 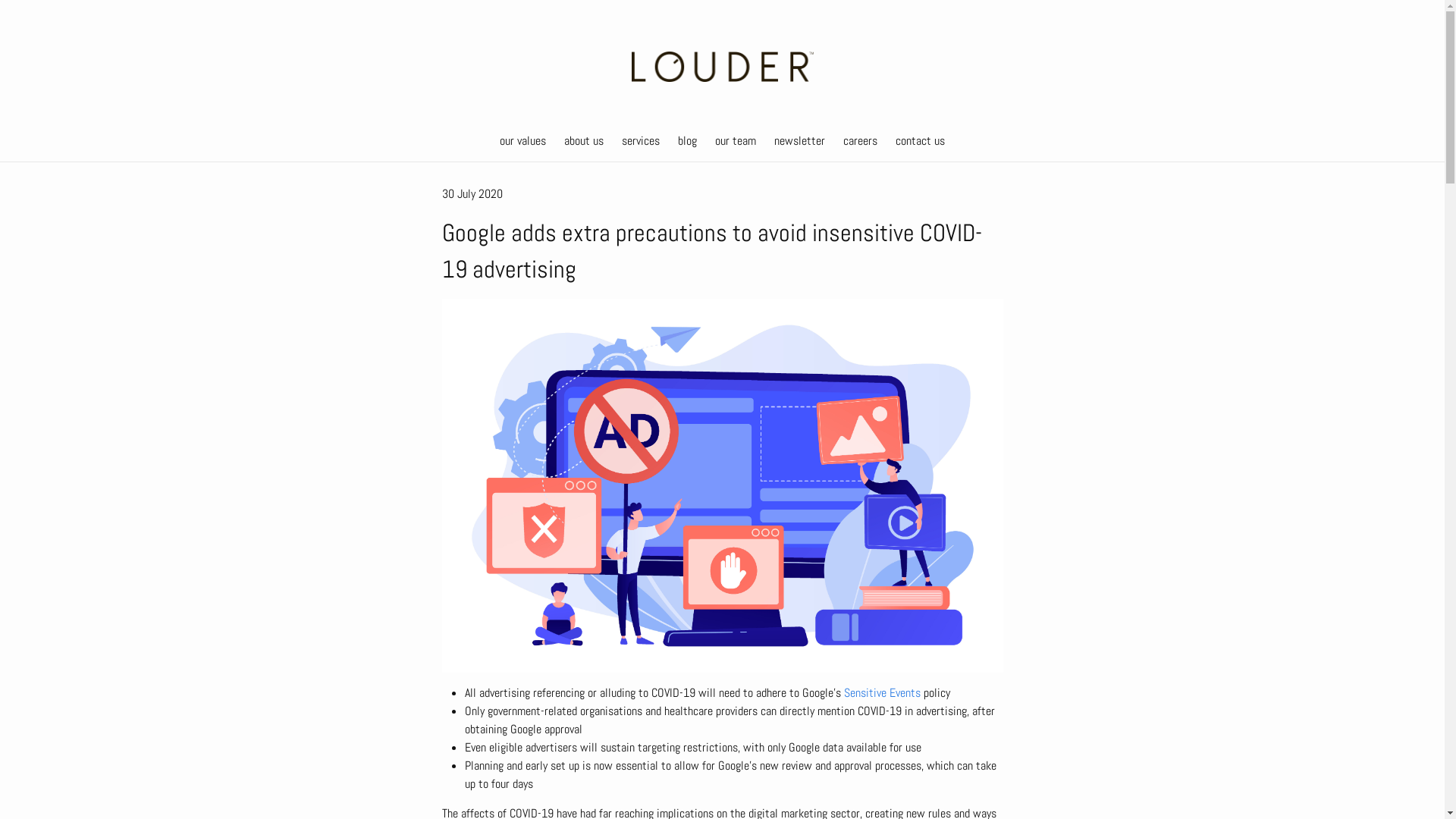 What do you see at coordinates (735, 140) in the screenshot?
I see `'our team'` at bounding box center [735, 140].